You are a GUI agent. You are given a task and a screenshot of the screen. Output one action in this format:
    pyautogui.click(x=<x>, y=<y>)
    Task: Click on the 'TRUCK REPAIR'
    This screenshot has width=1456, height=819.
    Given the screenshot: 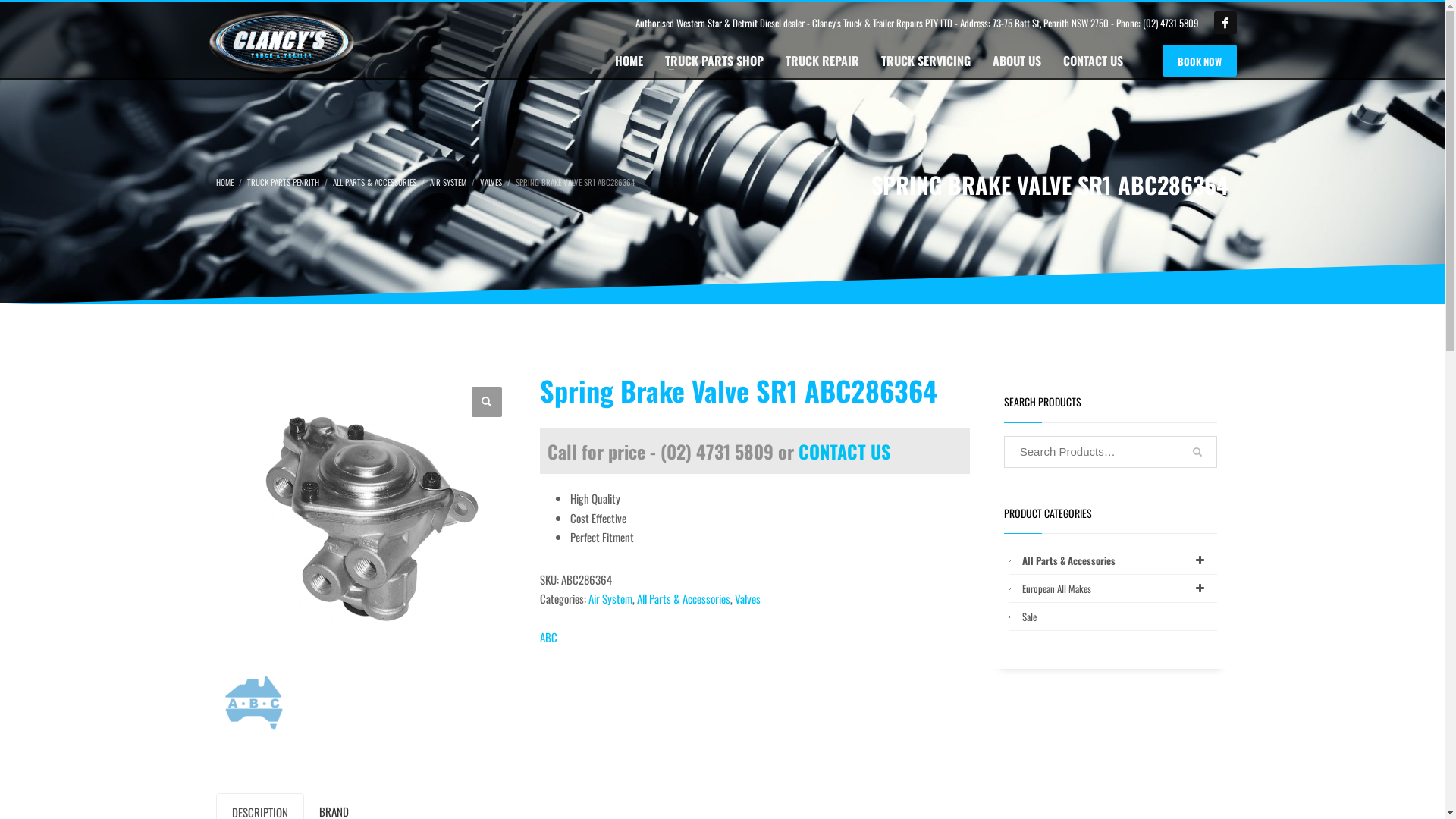 What is the action you would take?
    pyautogui.click(x=776, y=60)
    